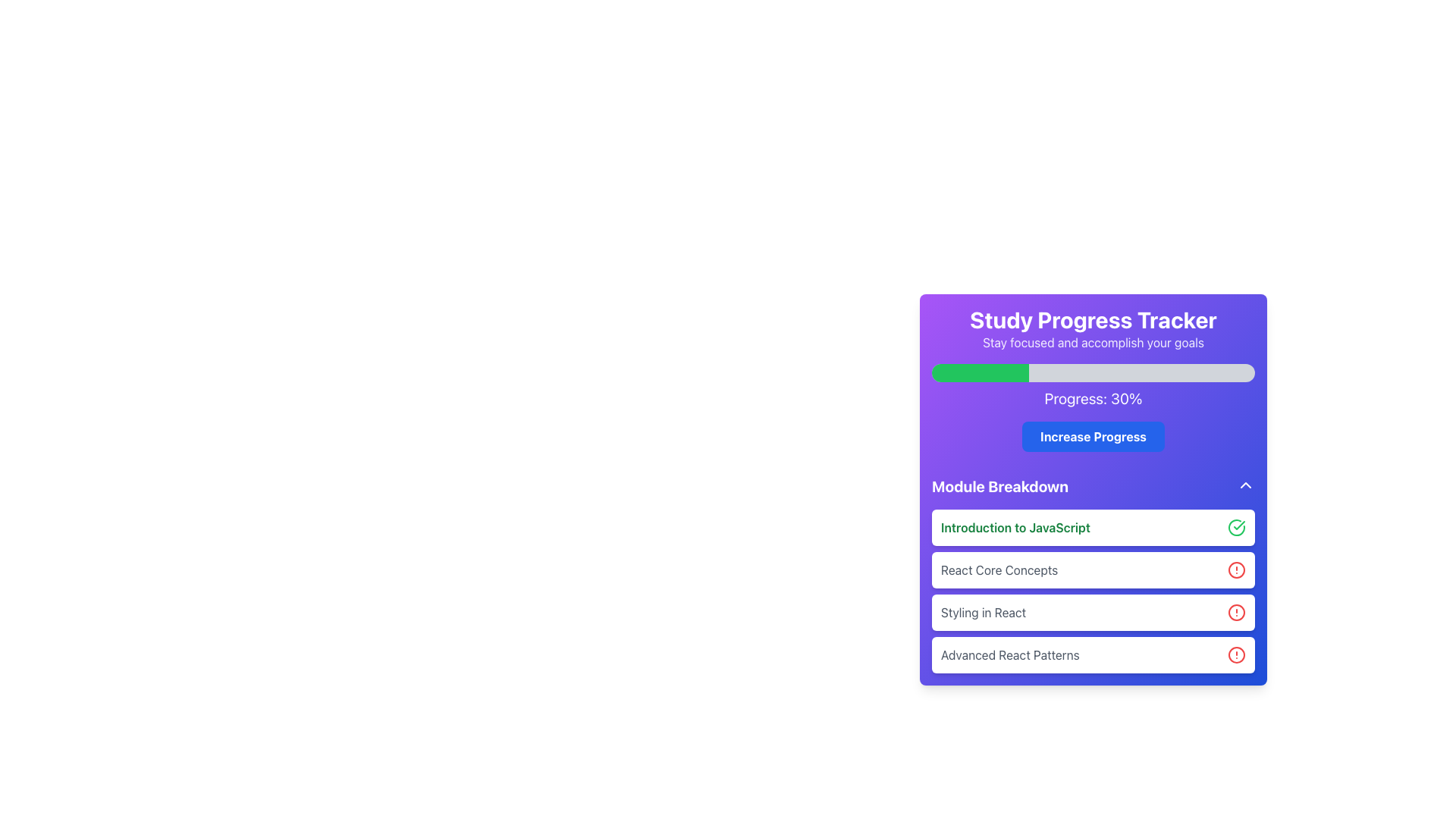 The image size is (1456, 819). What do you see at coordinates (1093, 397) in the screenshot?
I see `the centered text displaying 'Progress: 30%' which is styled in white, bold font and located beneath the horizontal progress bar` at bounding box center [1093, 397].